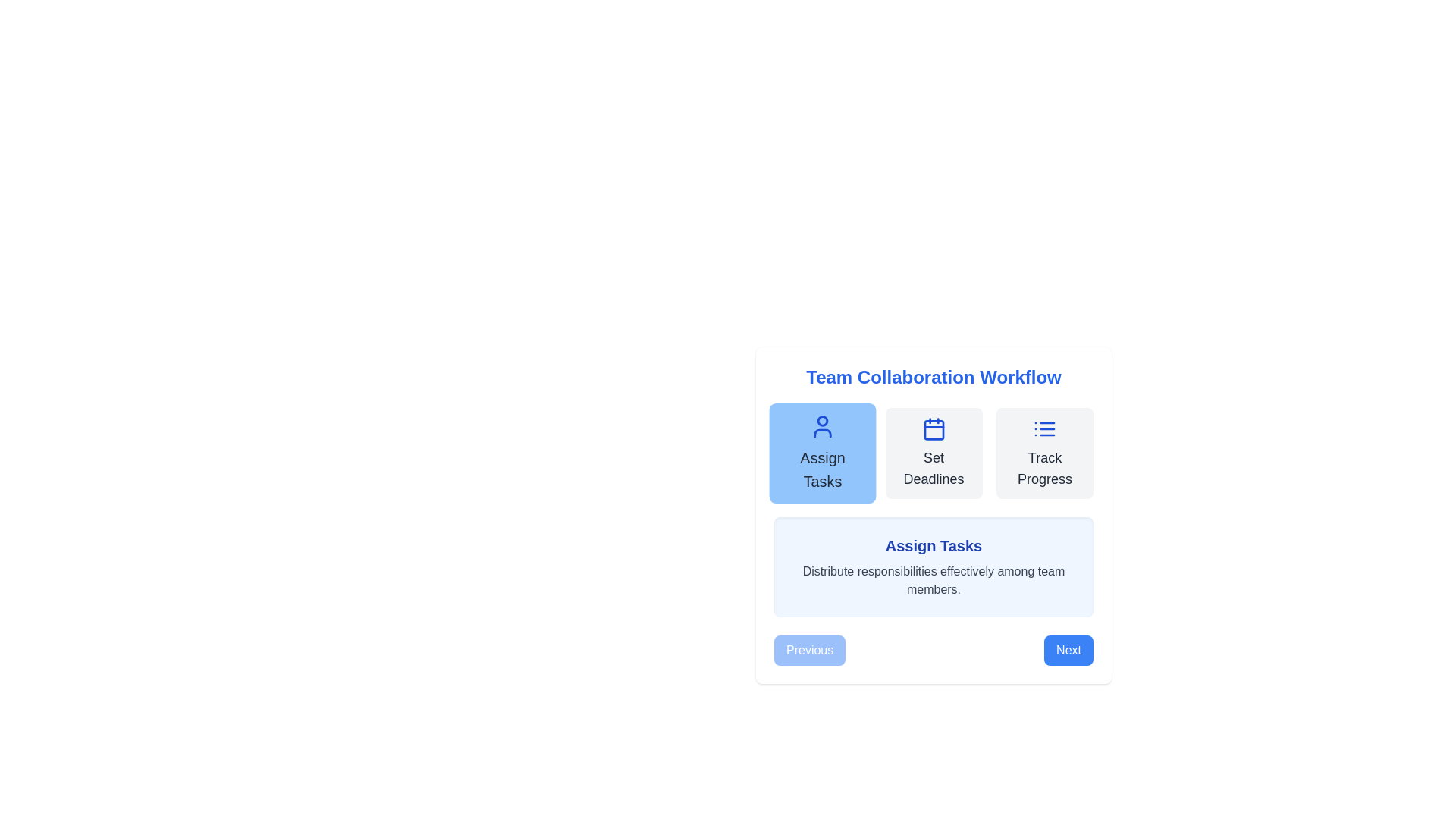 The height and width of the screenshot is (819, 1456). Describe the element at coordinates (1043, 452) in the screenshot. I see `text 'Track Progress' from the Card element with a light-gray background and rounded corners, located as the rightmost card in a row of three elements` at that location.